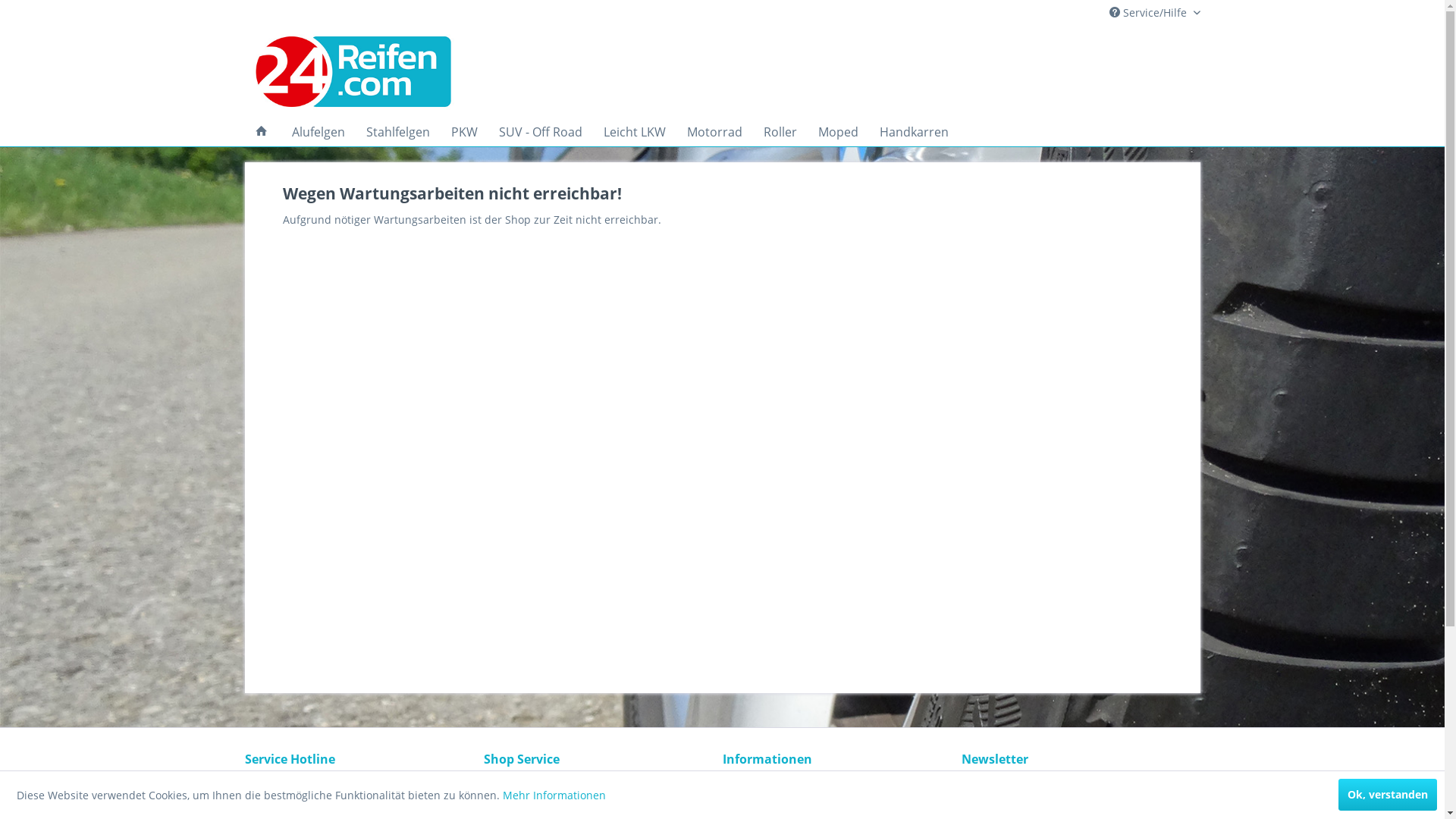 This screenshot has height=819, width=1456. What do you see at coordinates (634, 130) in the screenshot?
I see `'Leicht LKW'` at bounding box center [634, 130].